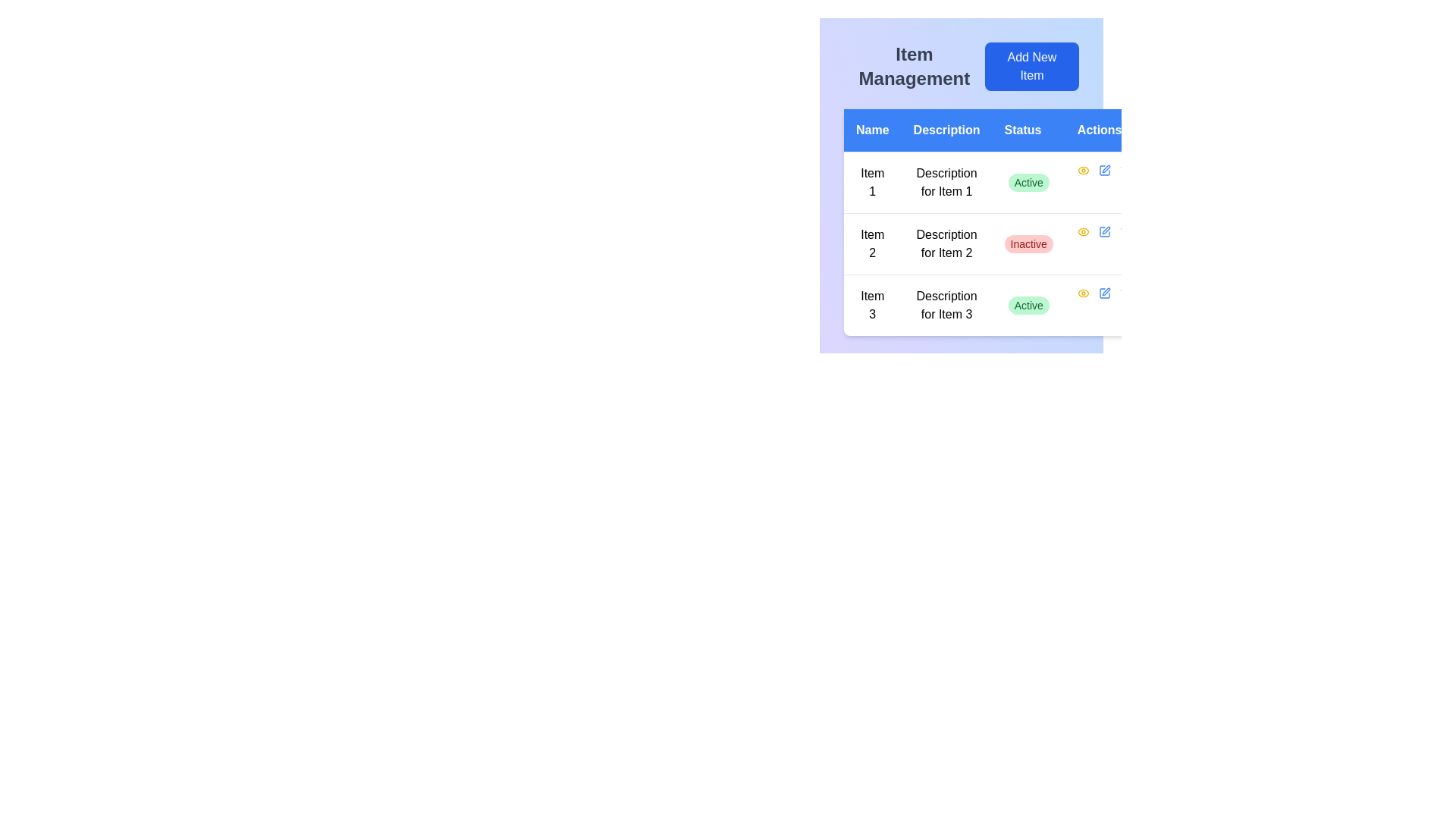  Describe the element at coordinates (1028, 130) in the screenshot. I see `the 'Status' text label, which is displayed in white font as part of a table header with a blue background, located between 'Description' and 'Actions'` at that location.